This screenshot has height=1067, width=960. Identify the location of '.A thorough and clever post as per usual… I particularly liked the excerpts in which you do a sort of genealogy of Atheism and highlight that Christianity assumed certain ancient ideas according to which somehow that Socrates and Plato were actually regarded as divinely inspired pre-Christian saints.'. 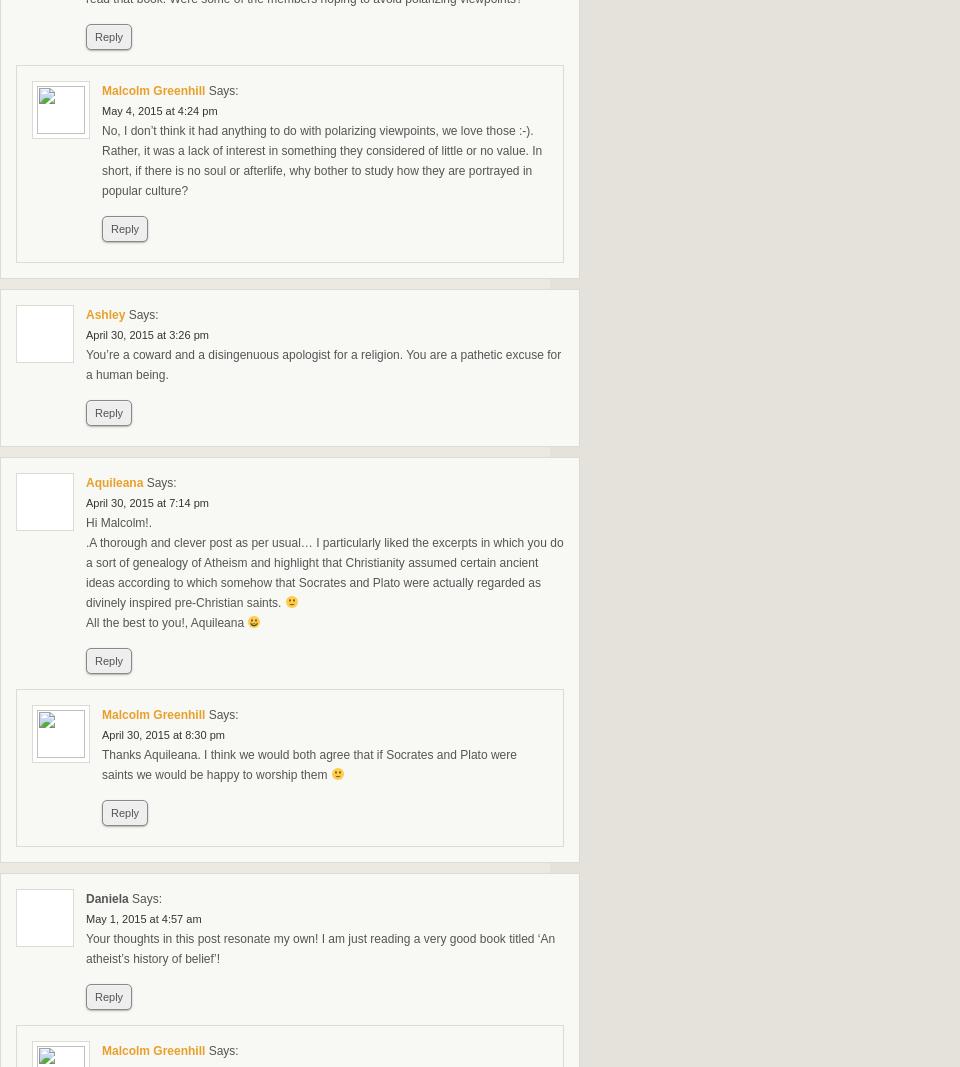
(324, 572).